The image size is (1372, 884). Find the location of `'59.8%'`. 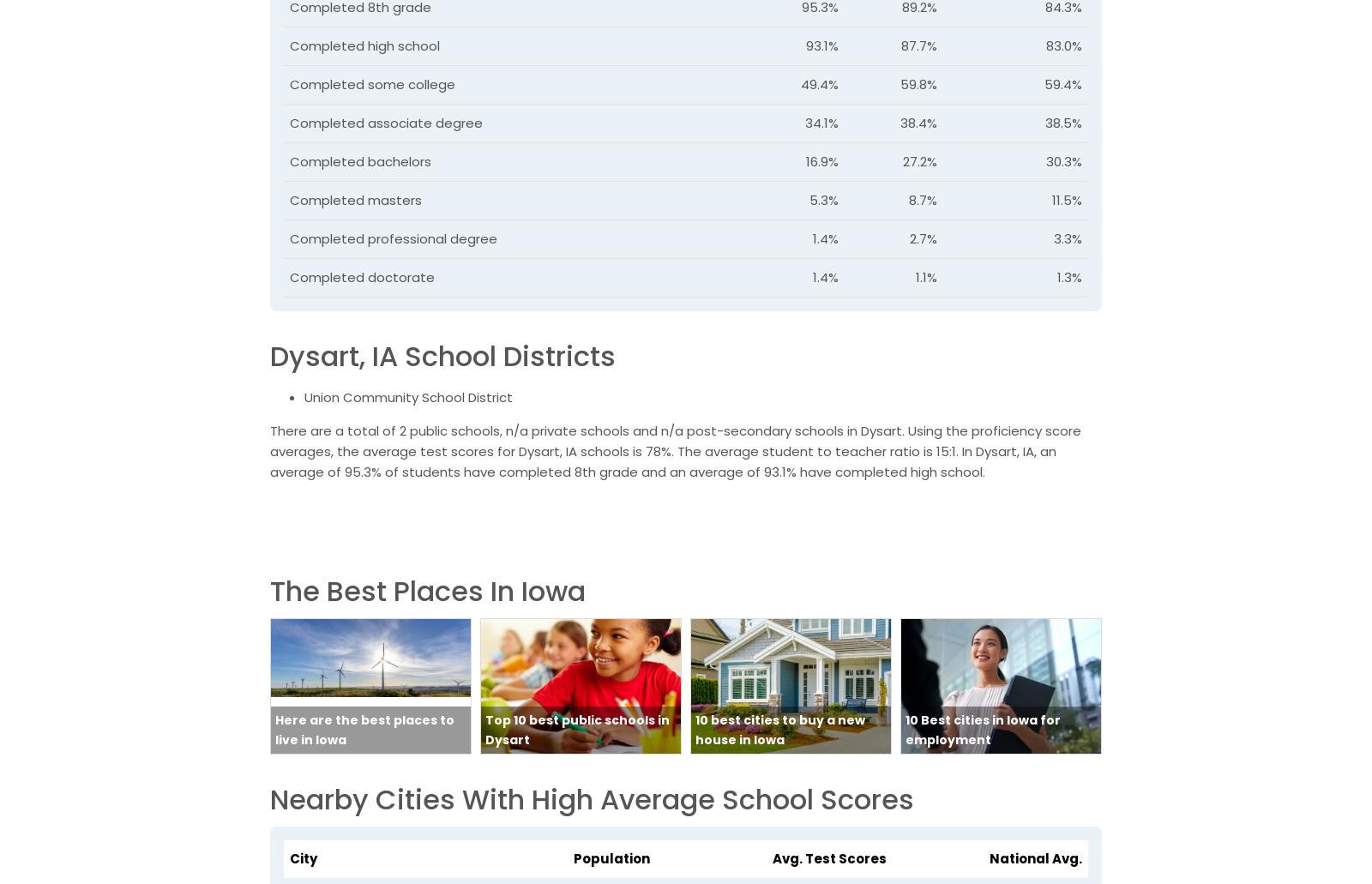

'59.8%' is located at coordinates (918, 84).